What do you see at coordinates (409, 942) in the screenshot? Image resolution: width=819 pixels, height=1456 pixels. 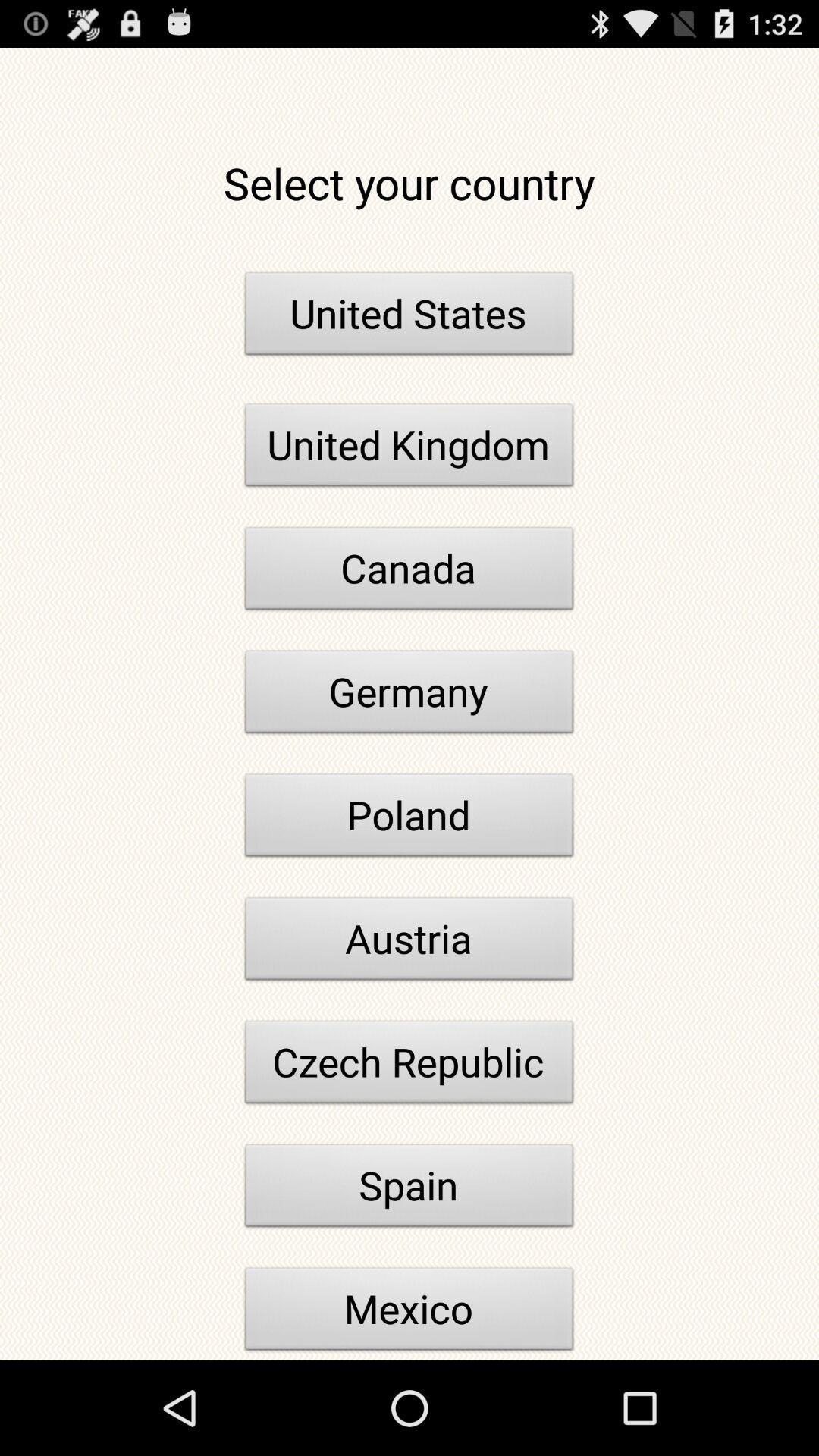 I see `the item above the czech republic` at bounding box center [409, 942].